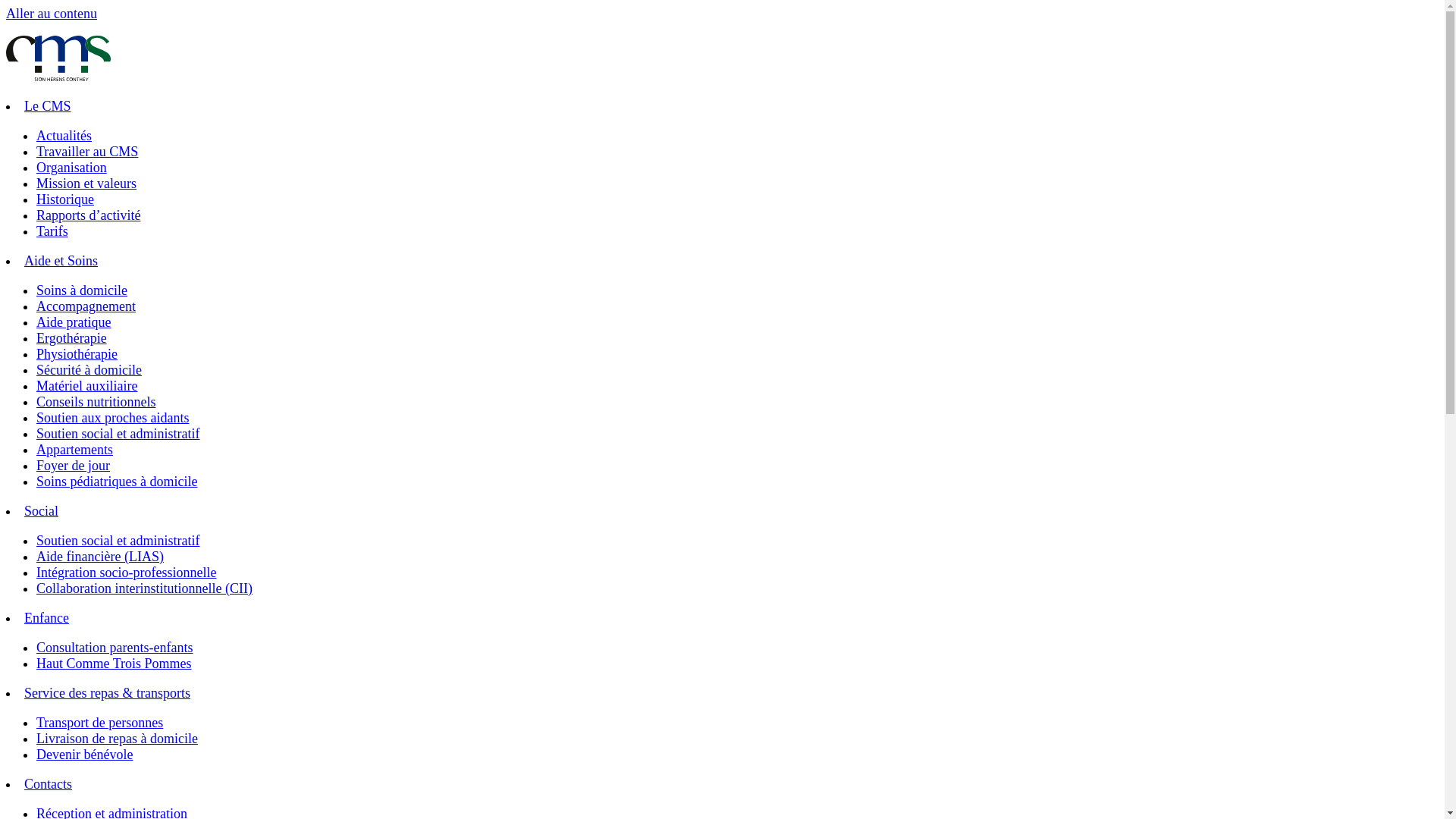 This screenshot has width=1456, height=819. Describe the element at coordinates (24, 511) in the screenshot. I see `'Social'` at that location.